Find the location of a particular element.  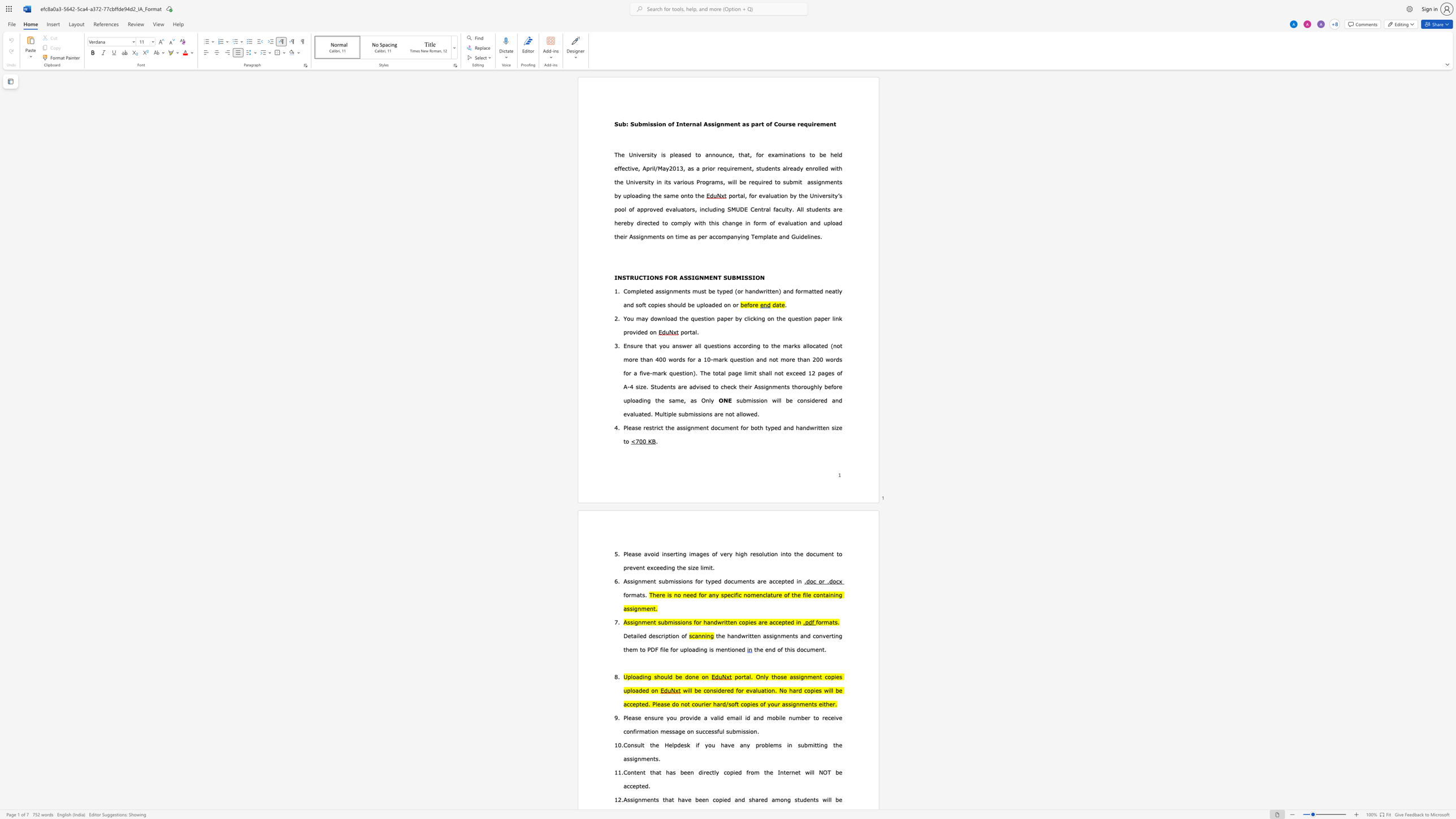

the space between the continuous character "i" and "t" in the text is located at coordinates (800, 181).